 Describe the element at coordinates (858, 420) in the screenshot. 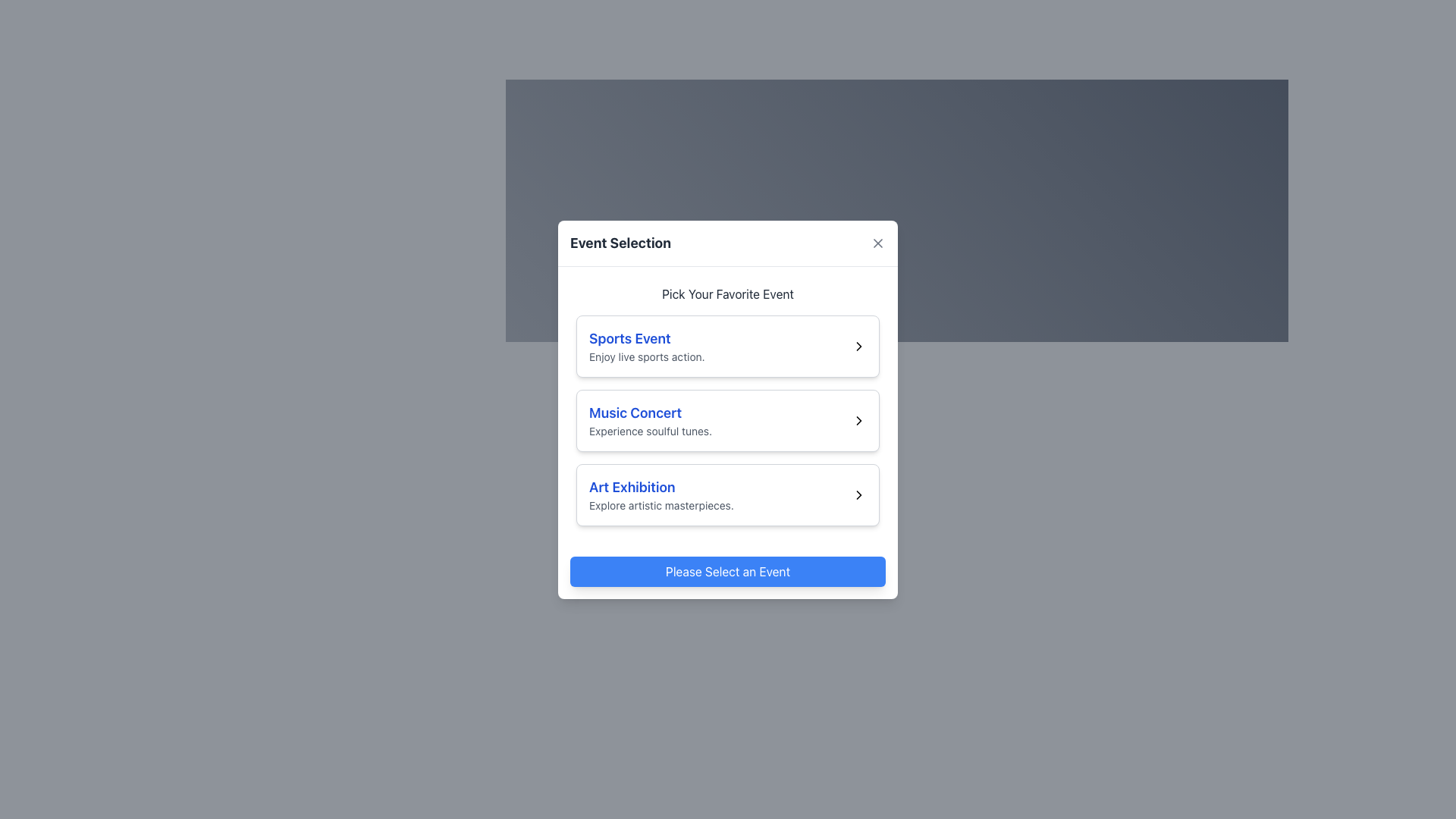

I see `the right-facing chevron icon located in the second list item titled 'Music Concert' within the 'Event Selection' dialog` at that location.